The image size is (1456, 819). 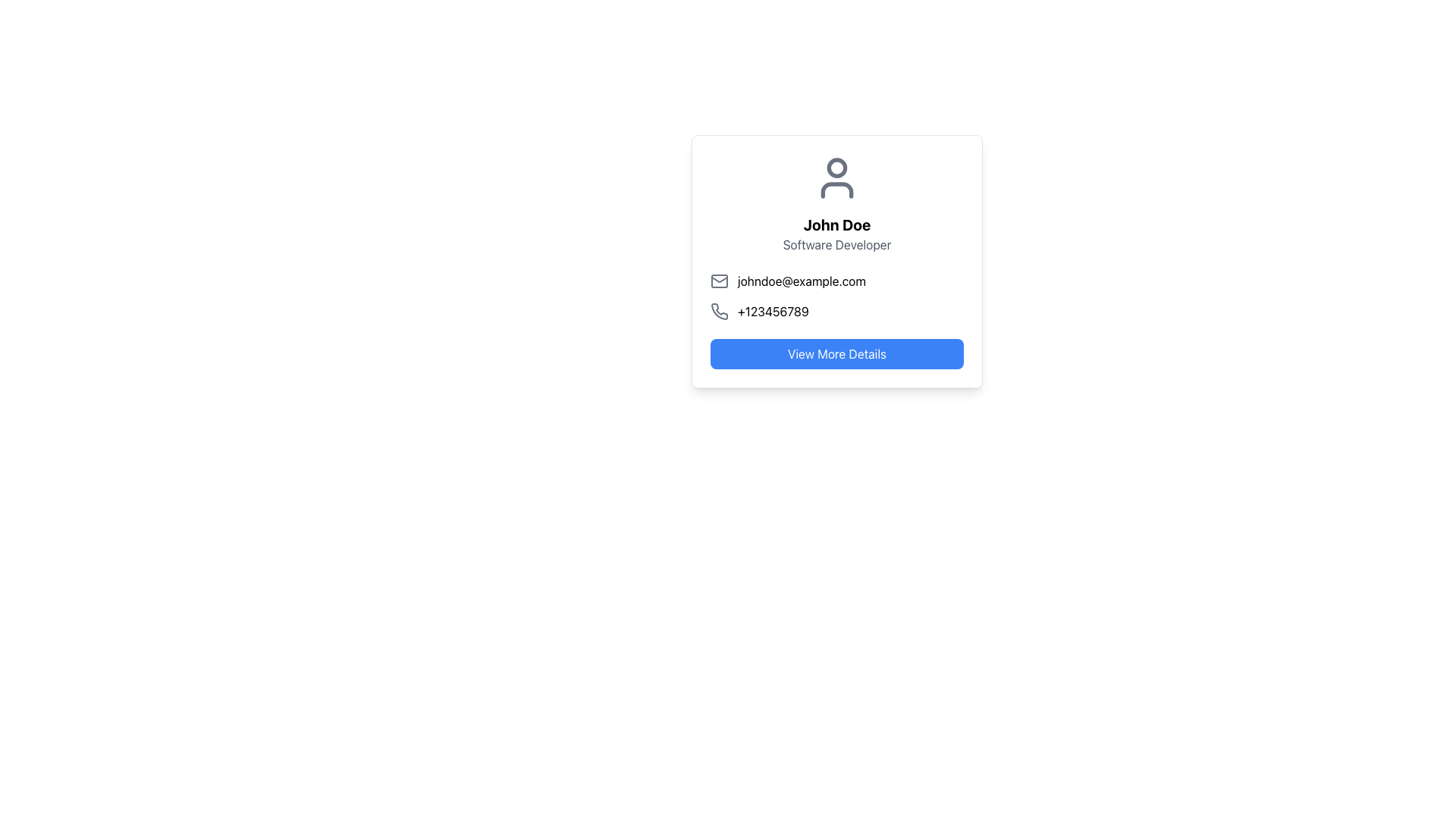 What do you see at coordinates (836, 167) in the screenshot?
I see `the circular user icon graphic that represents the head of the avatar structure, located at the topmost part of the gray-colored figure` at bounding box center [836, 167].